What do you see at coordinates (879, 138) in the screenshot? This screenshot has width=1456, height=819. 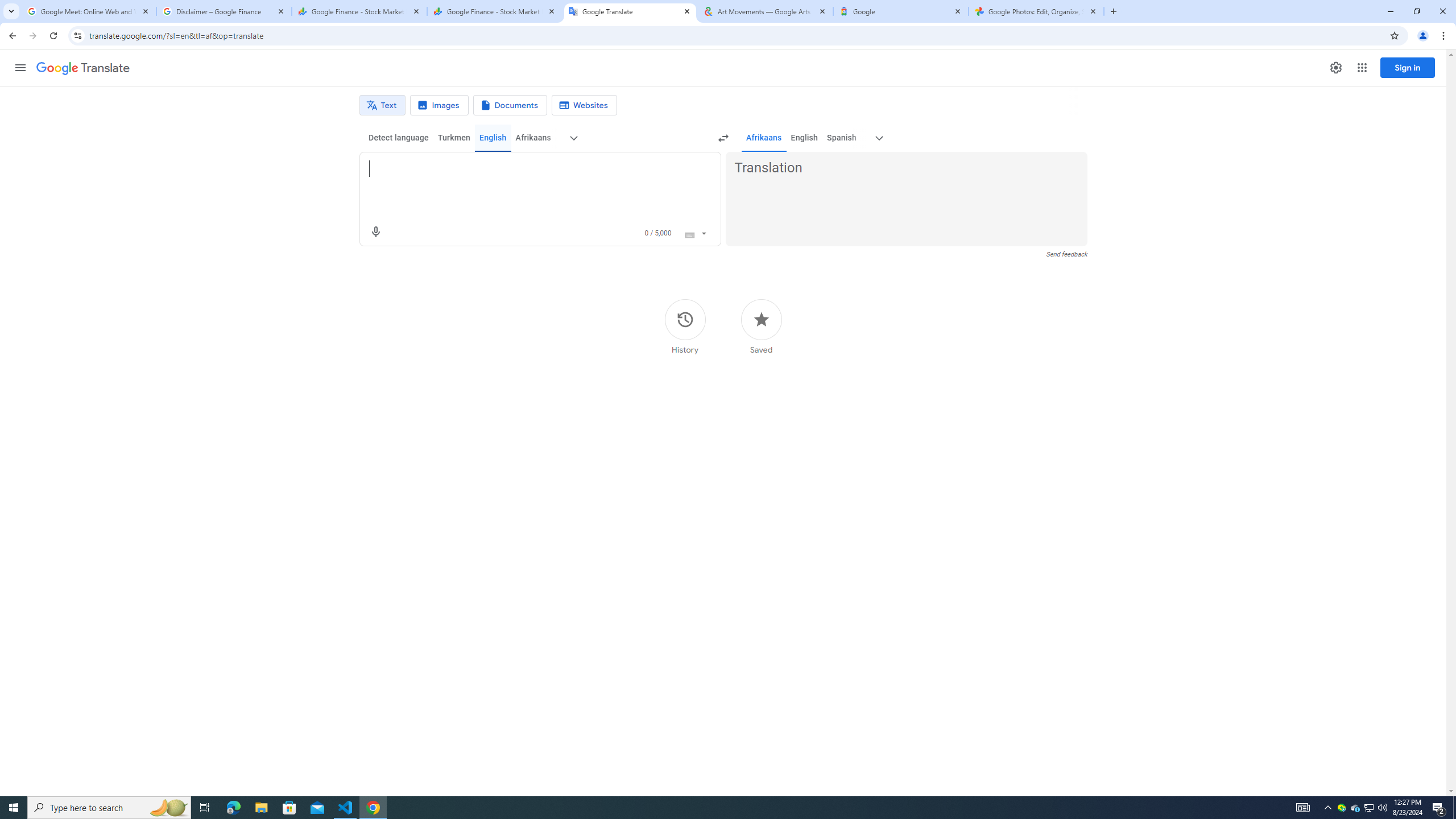 I see `'More target languages'` at bounding box center [879, 138].